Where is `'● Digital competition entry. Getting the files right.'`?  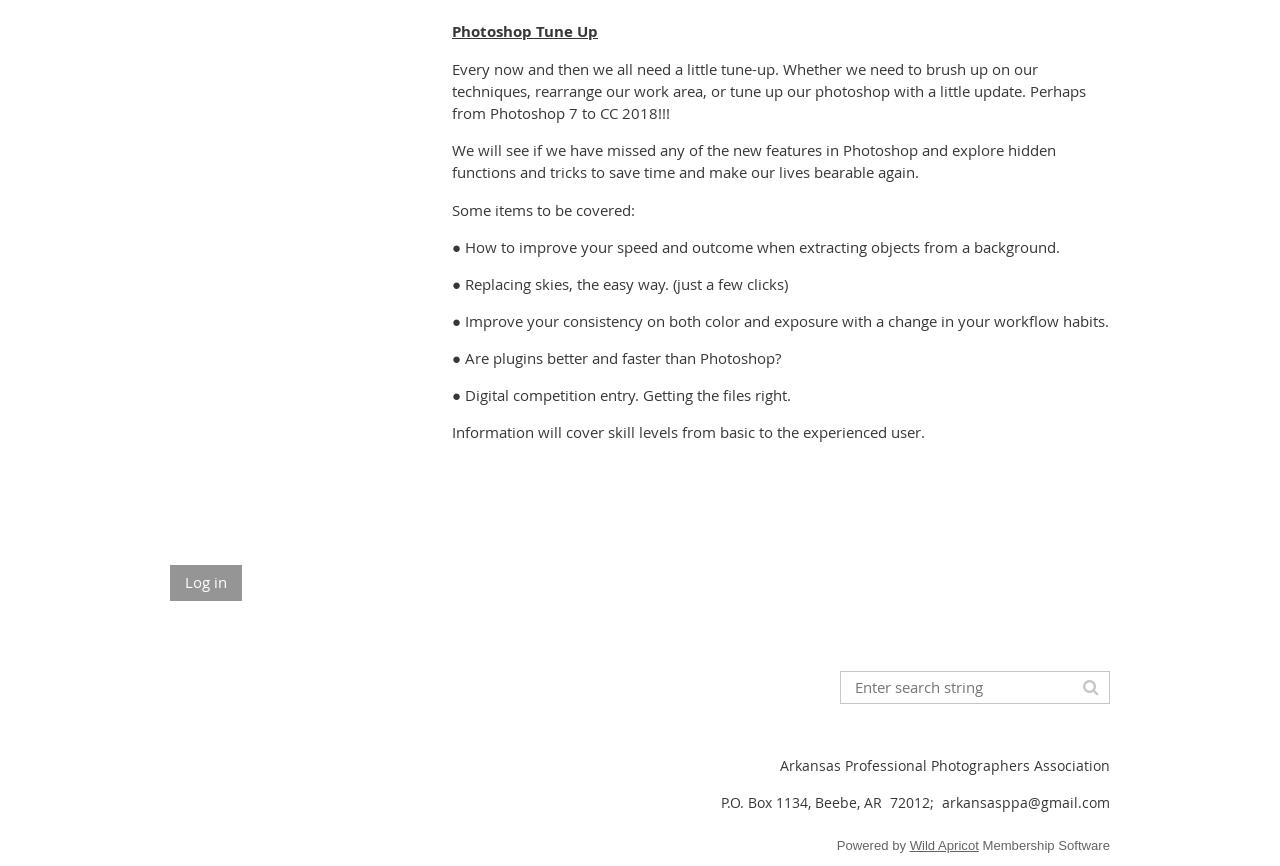
'● Digital competition entry. Getting the files right.' is located at coordinates (620, 393).